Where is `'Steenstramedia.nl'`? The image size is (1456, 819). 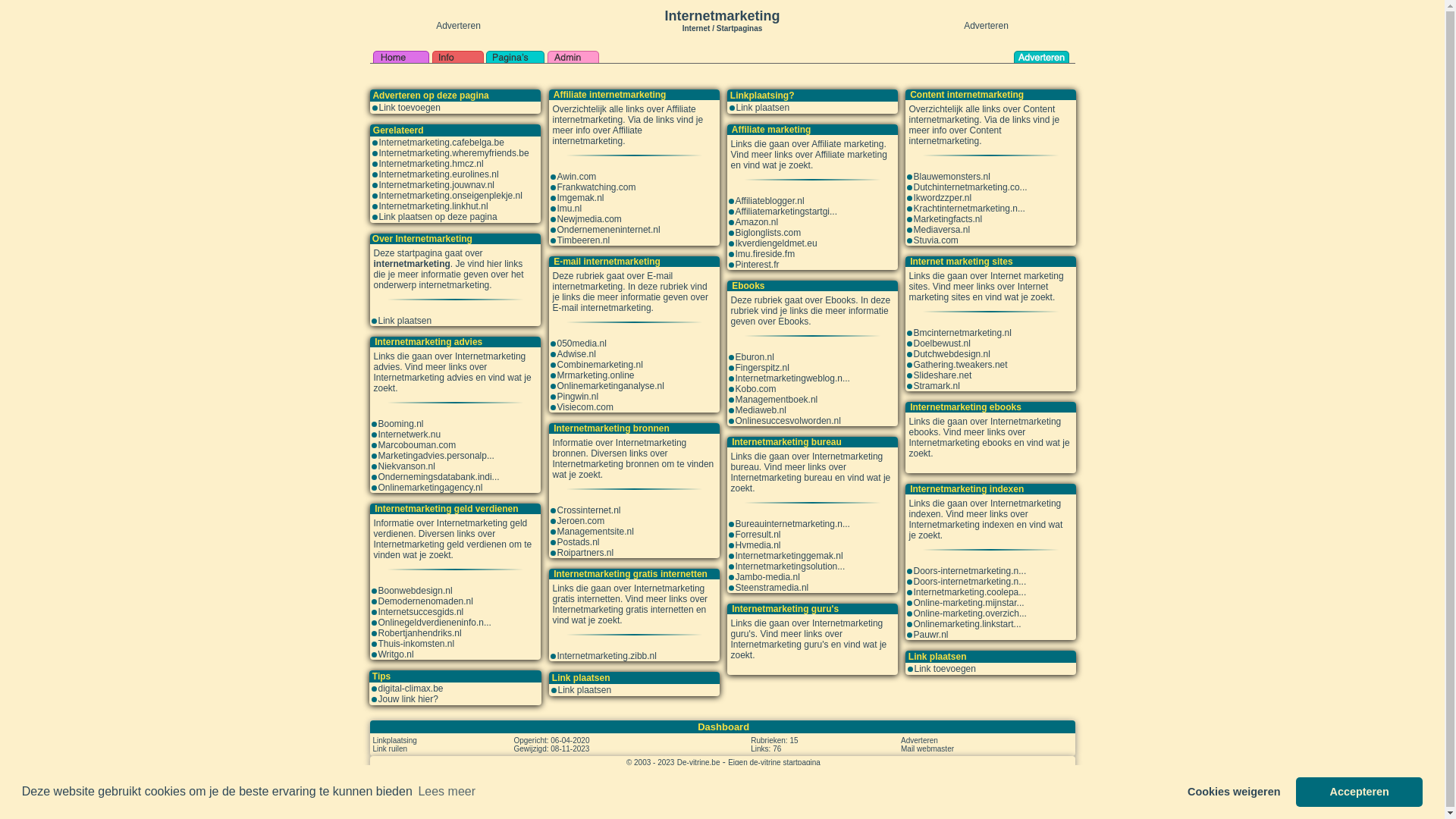
'Steenstramedia.nl' is located at coordinates (772, 587).